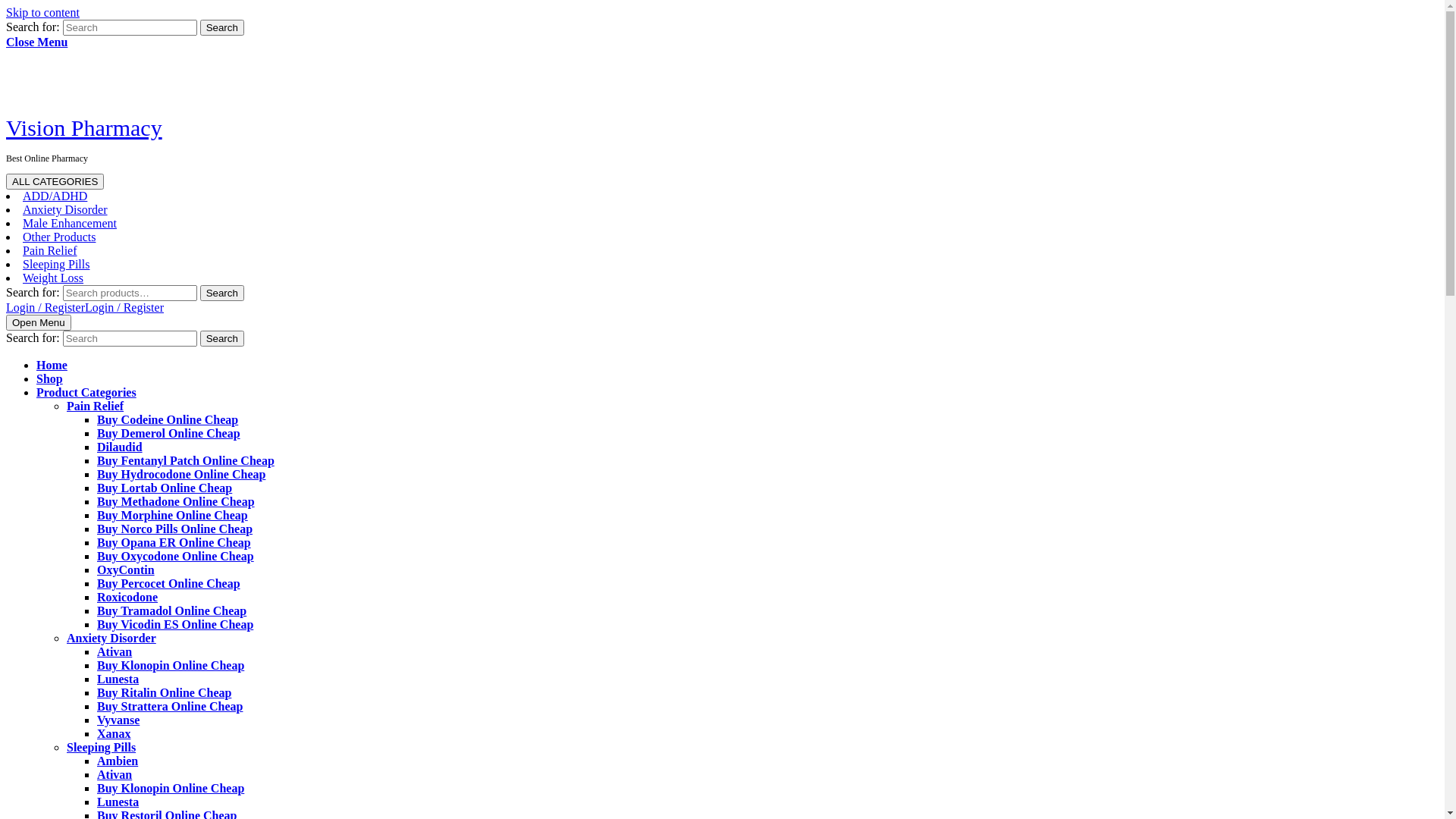 The image size is (1456, 819). I want to click on 'ALL CATEGORIES', so click(55, 180).